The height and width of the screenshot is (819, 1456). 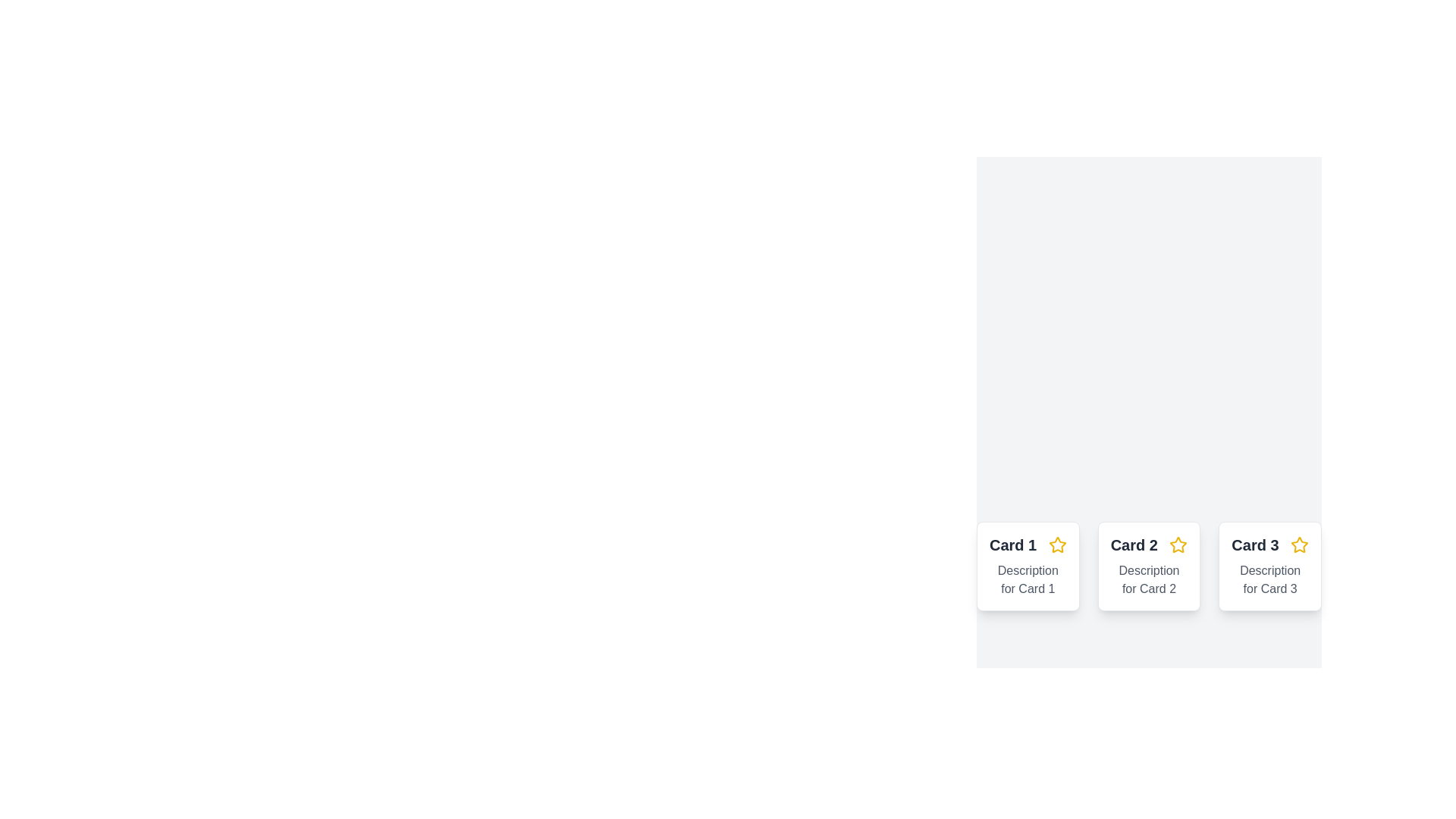 What do you see at coordinates (1178, 544) in the screenshot?
I see `the star icon located at the top of the second card in a three-card layout` at bounding box center [1178, 544].